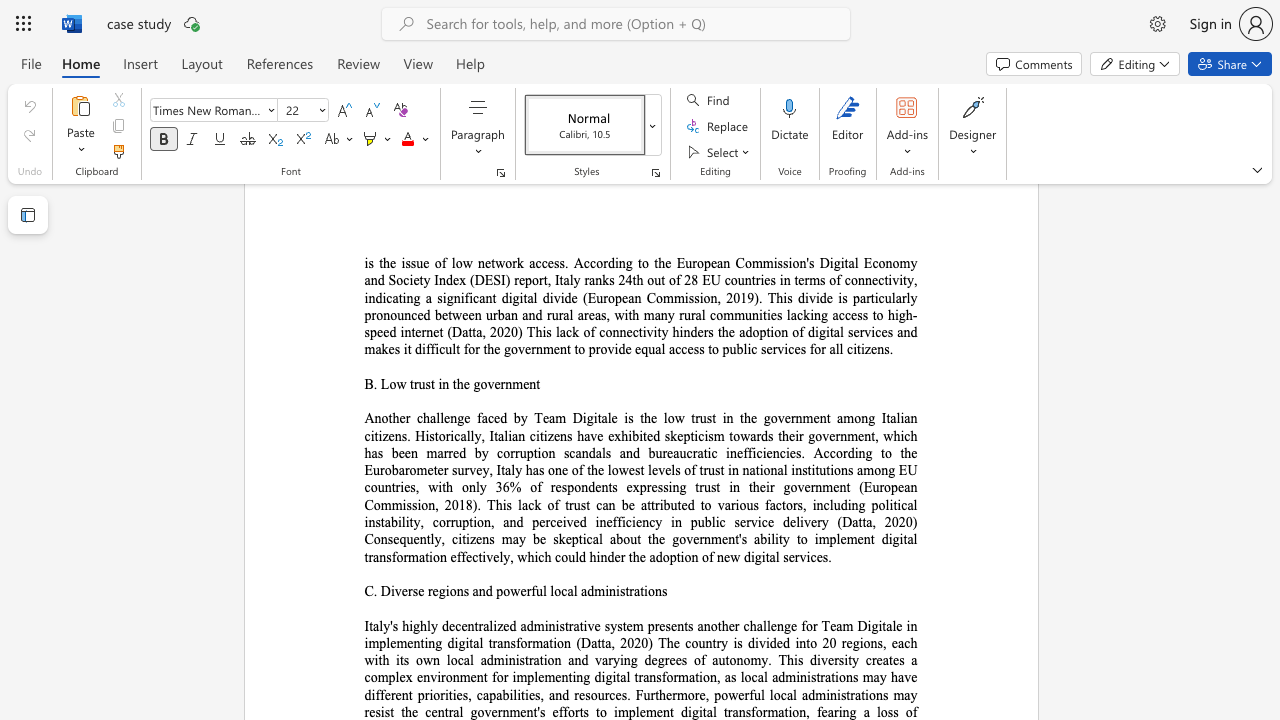 This screenshot has height=720, width=1280. I want to click on the subset text "nd resources. Furthermore, po" within the text "Italy", so click(555, 694).